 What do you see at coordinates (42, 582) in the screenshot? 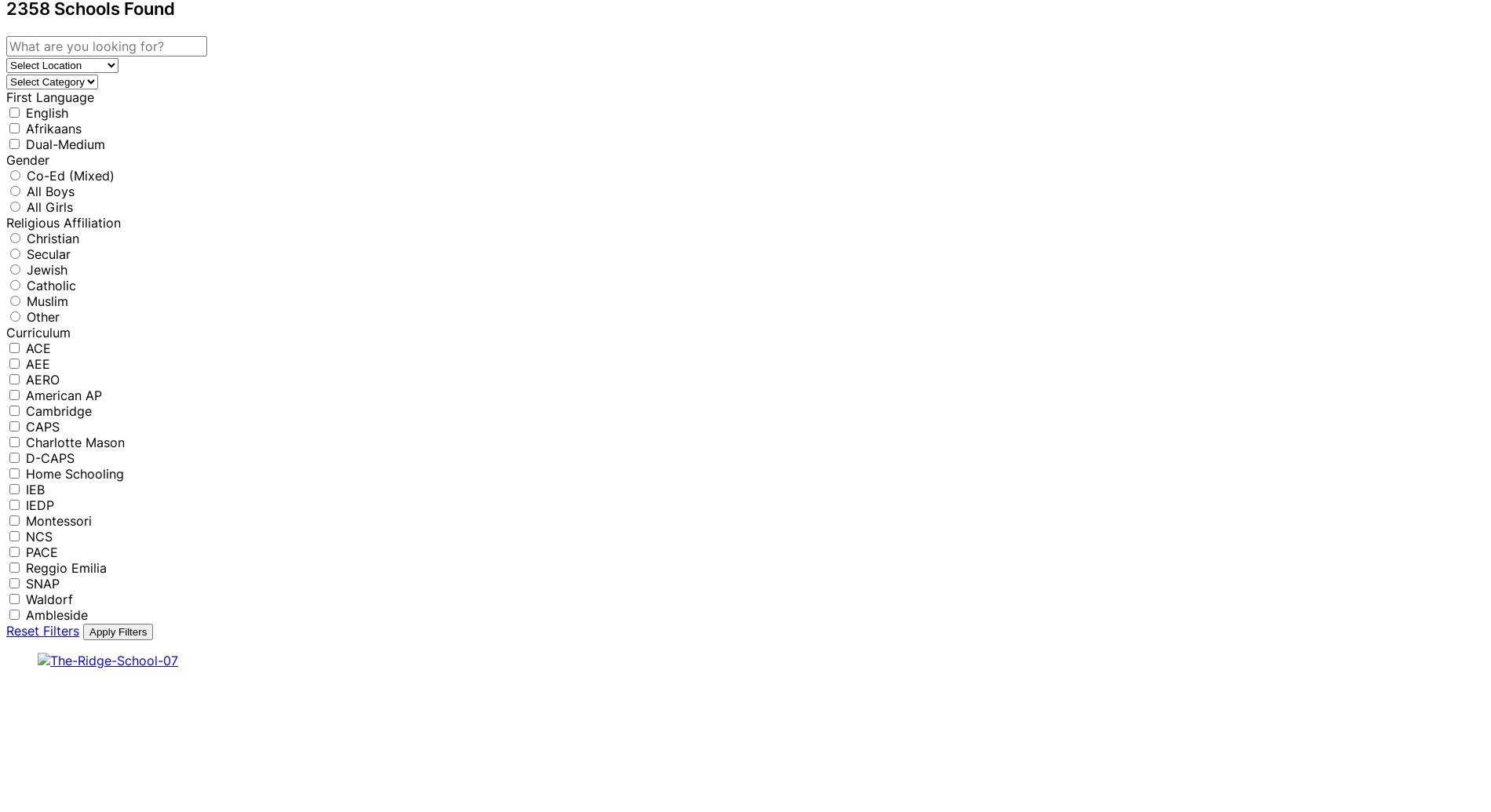
I see `'SNAP'` at bounding box center [42, 582].